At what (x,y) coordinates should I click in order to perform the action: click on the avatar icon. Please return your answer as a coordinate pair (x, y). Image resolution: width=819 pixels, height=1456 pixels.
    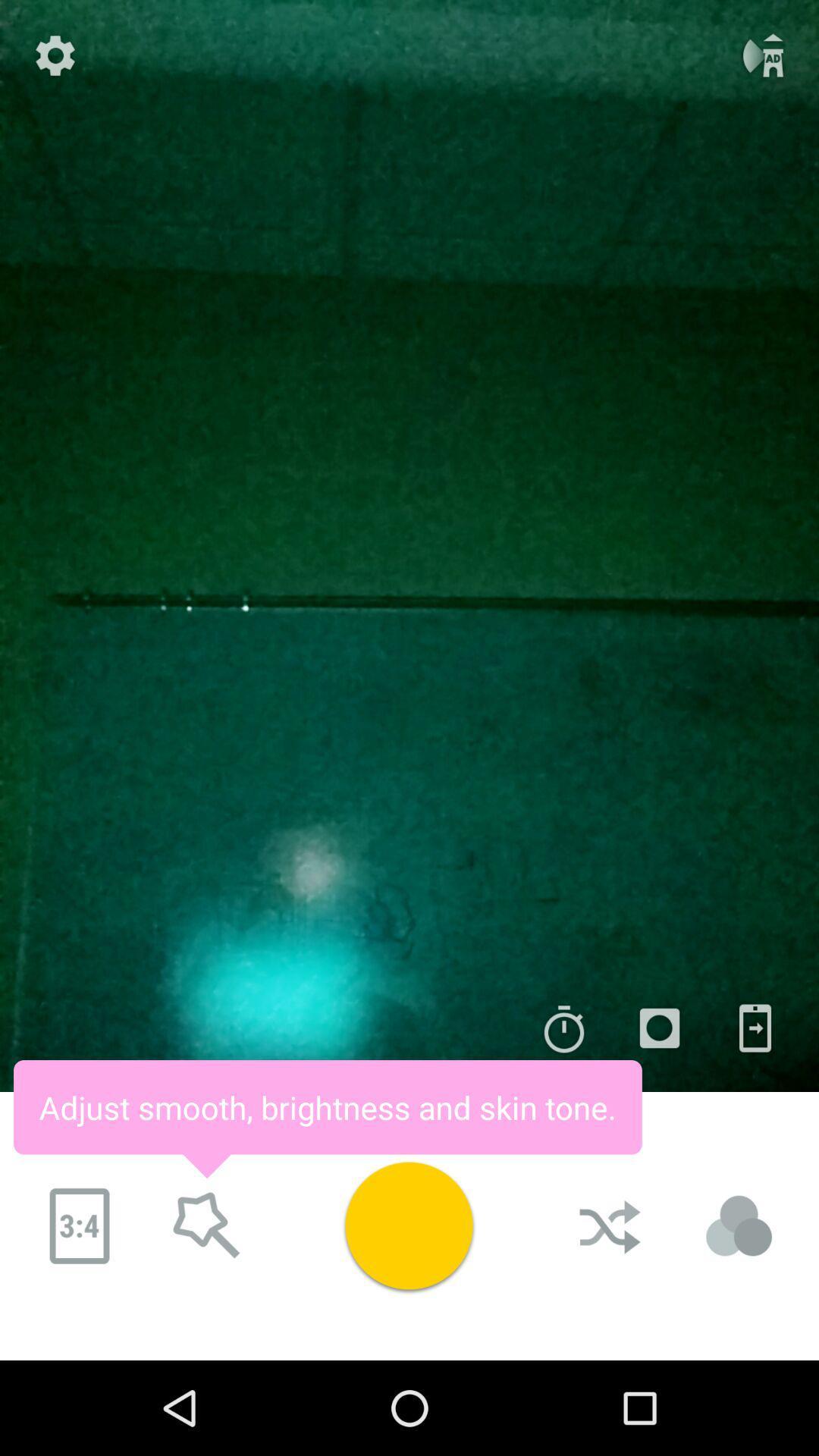
    Looking at the image, I should click on (739, 1226).